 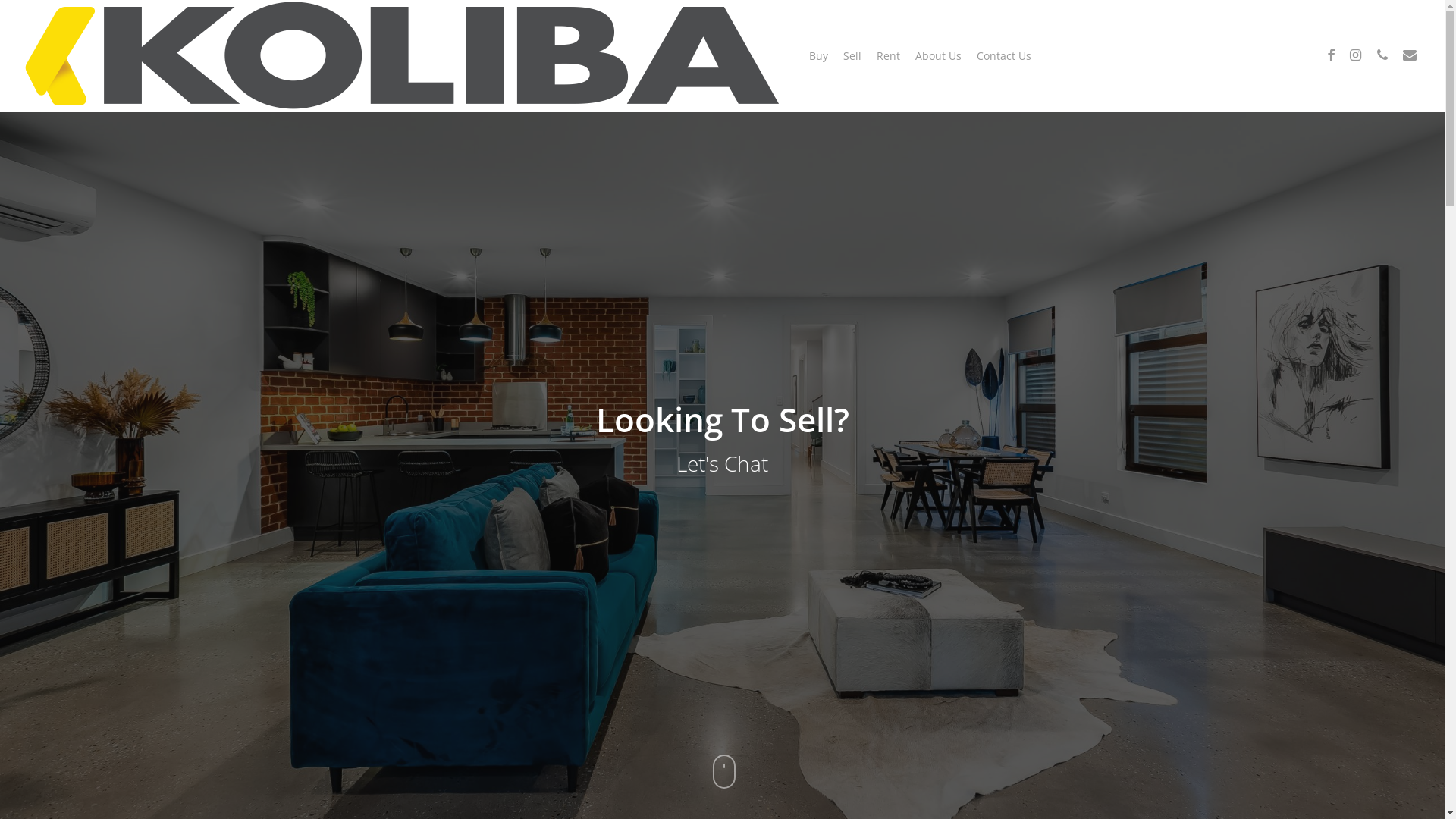 I want to click on 'email', so click(x=1395, y=55).